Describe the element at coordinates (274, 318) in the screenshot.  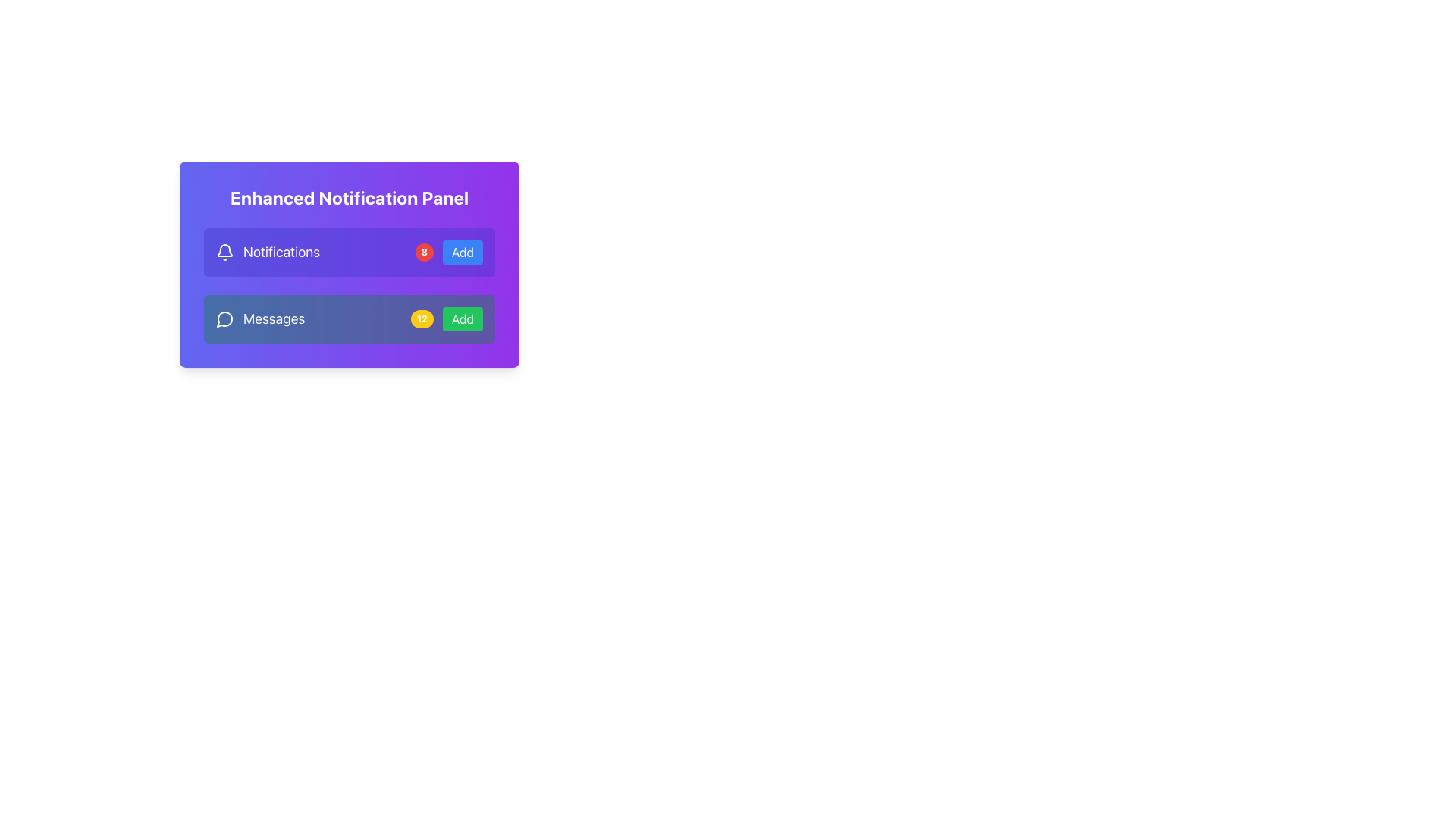
I see `the 'Messages' text label in the notification panel, which is situated to the right of a speech bubble icon and to the left of a yellow badge with the number '12.'` at that location.